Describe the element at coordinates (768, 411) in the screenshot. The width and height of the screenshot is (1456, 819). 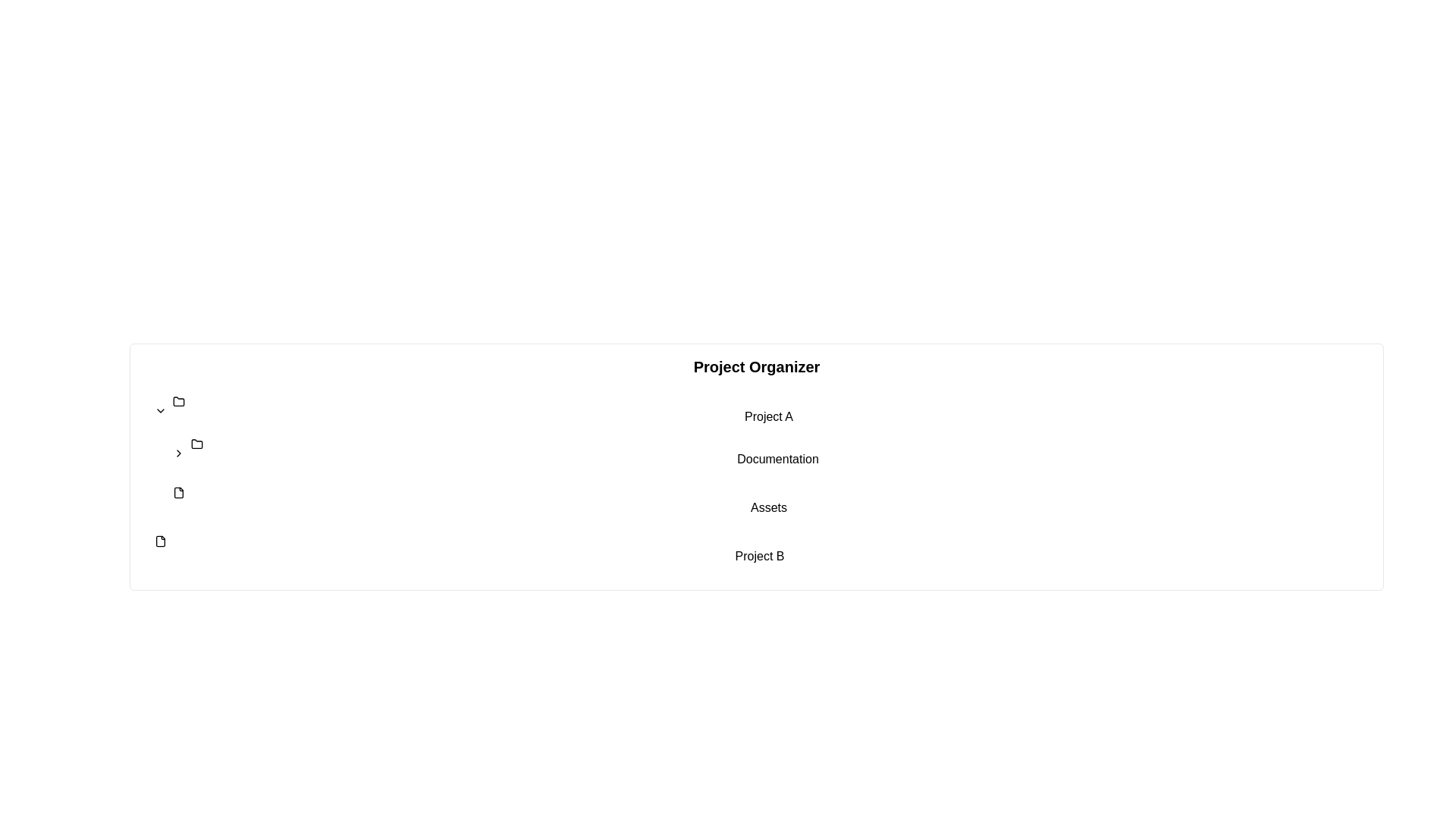
I see `the third text label with an accompanying icon representing Project A in the upper section of the project navigation interface for navigation` at that location.